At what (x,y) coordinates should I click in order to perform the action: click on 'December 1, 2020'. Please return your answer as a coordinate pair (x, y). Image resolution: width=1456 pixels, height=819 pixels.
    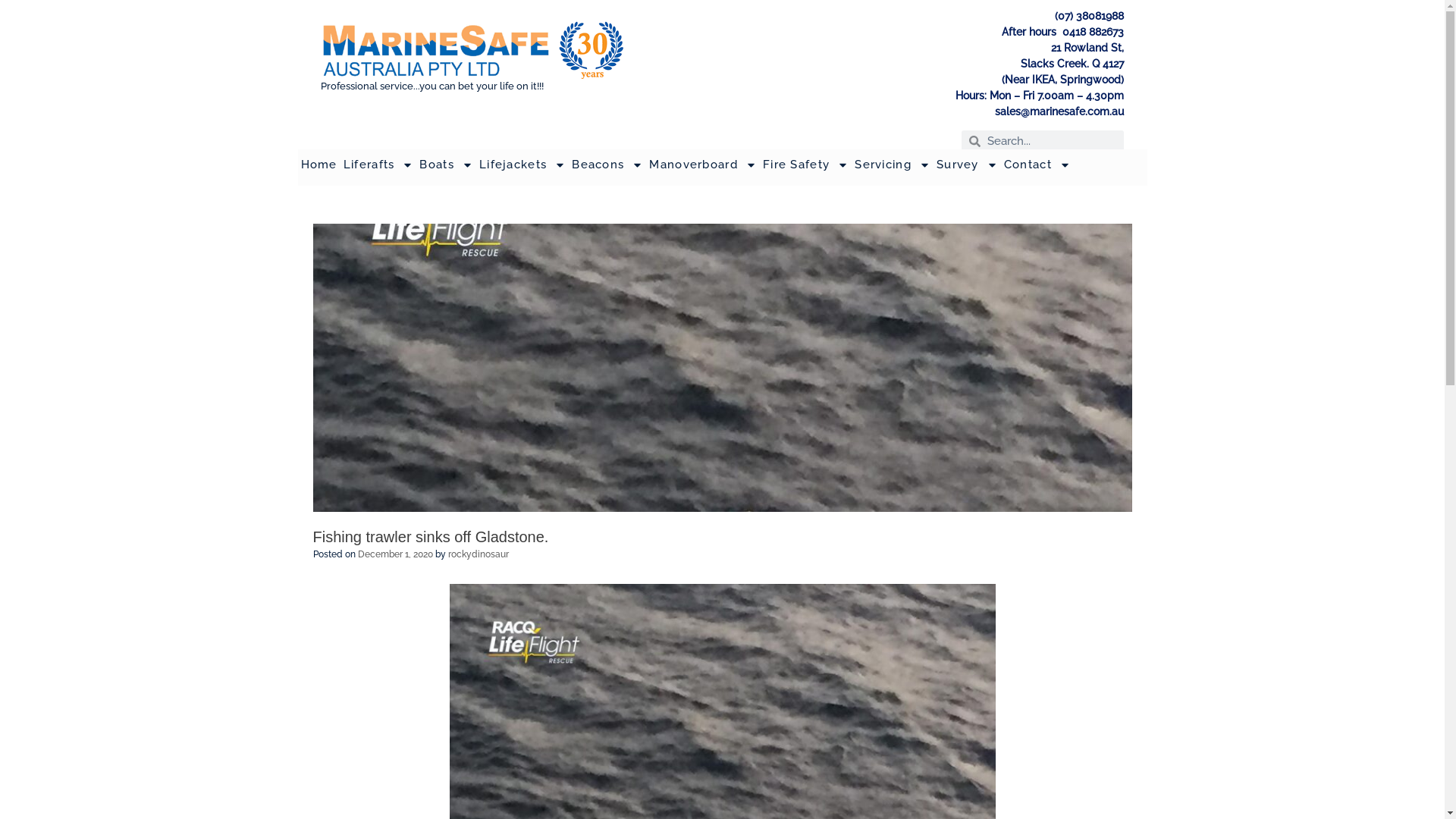
    Looking at the image, I should click on (395, 554).